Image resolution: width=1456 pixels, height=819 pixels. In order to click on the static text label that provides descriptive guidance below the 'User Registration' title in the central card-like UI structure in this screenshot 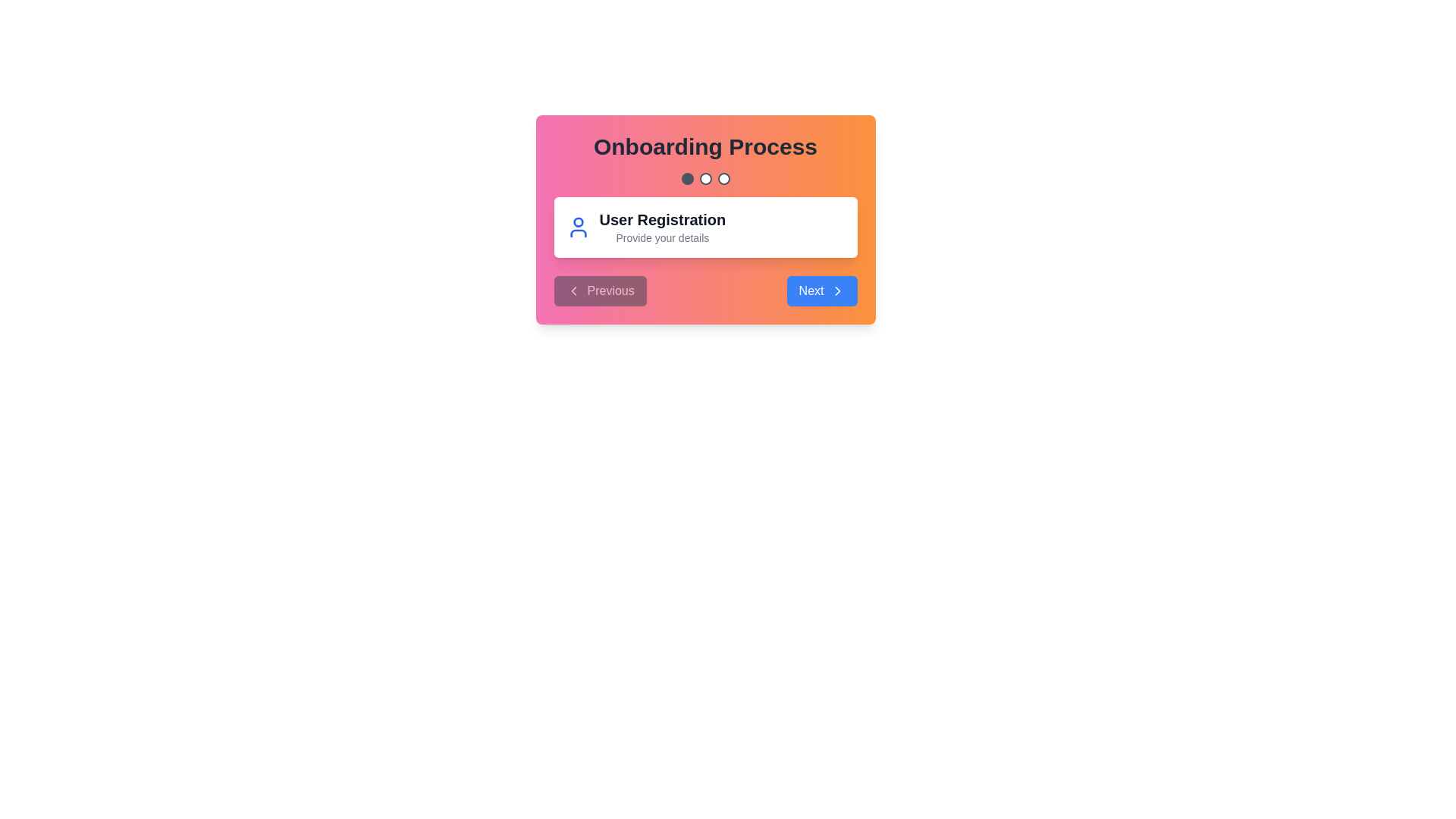, I will do `click(662, 237)`.